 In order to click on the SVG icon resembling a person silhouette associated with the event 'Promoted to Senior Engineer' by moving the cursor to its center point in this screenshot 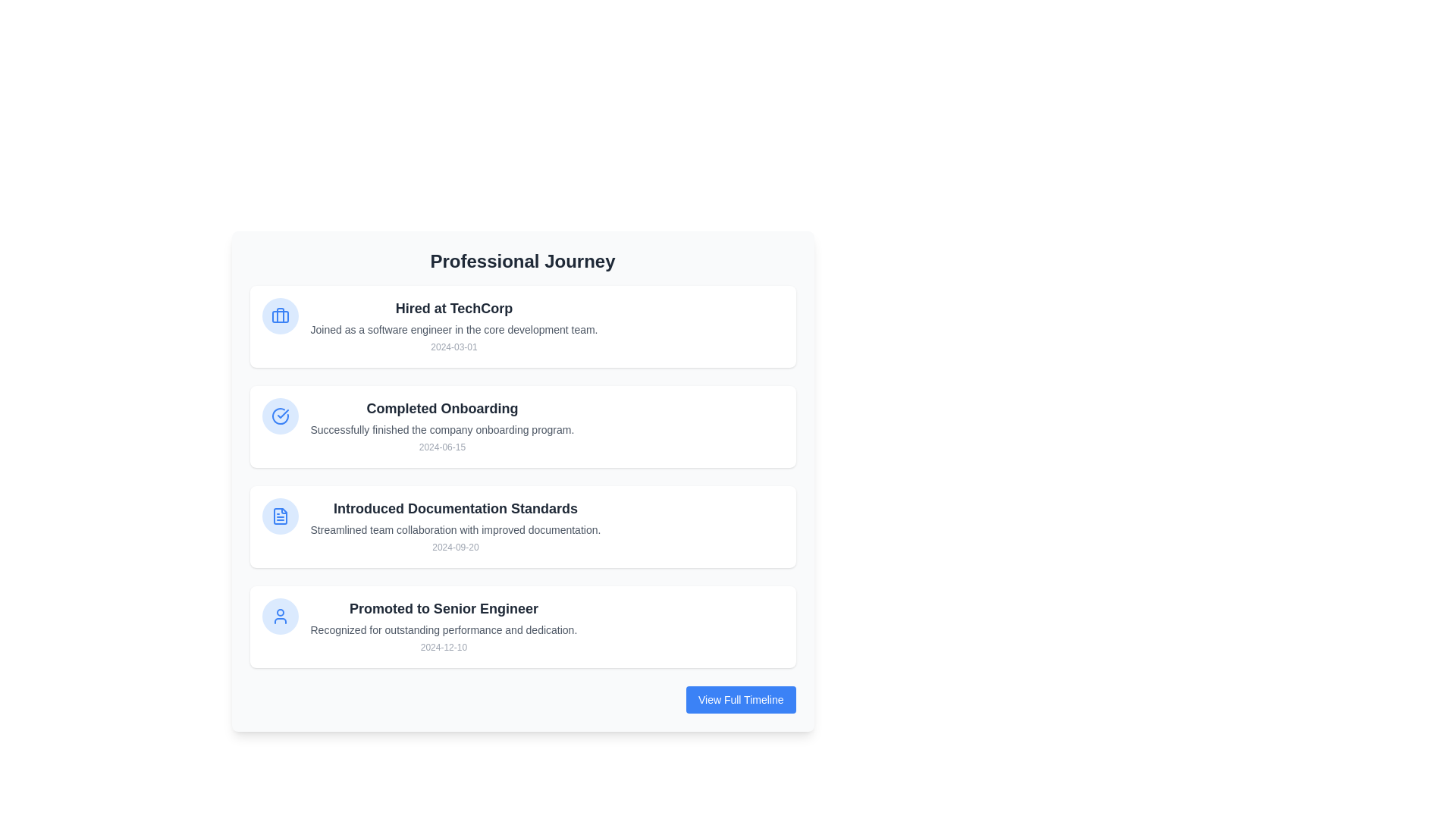, I will do `click(280, 617)`.